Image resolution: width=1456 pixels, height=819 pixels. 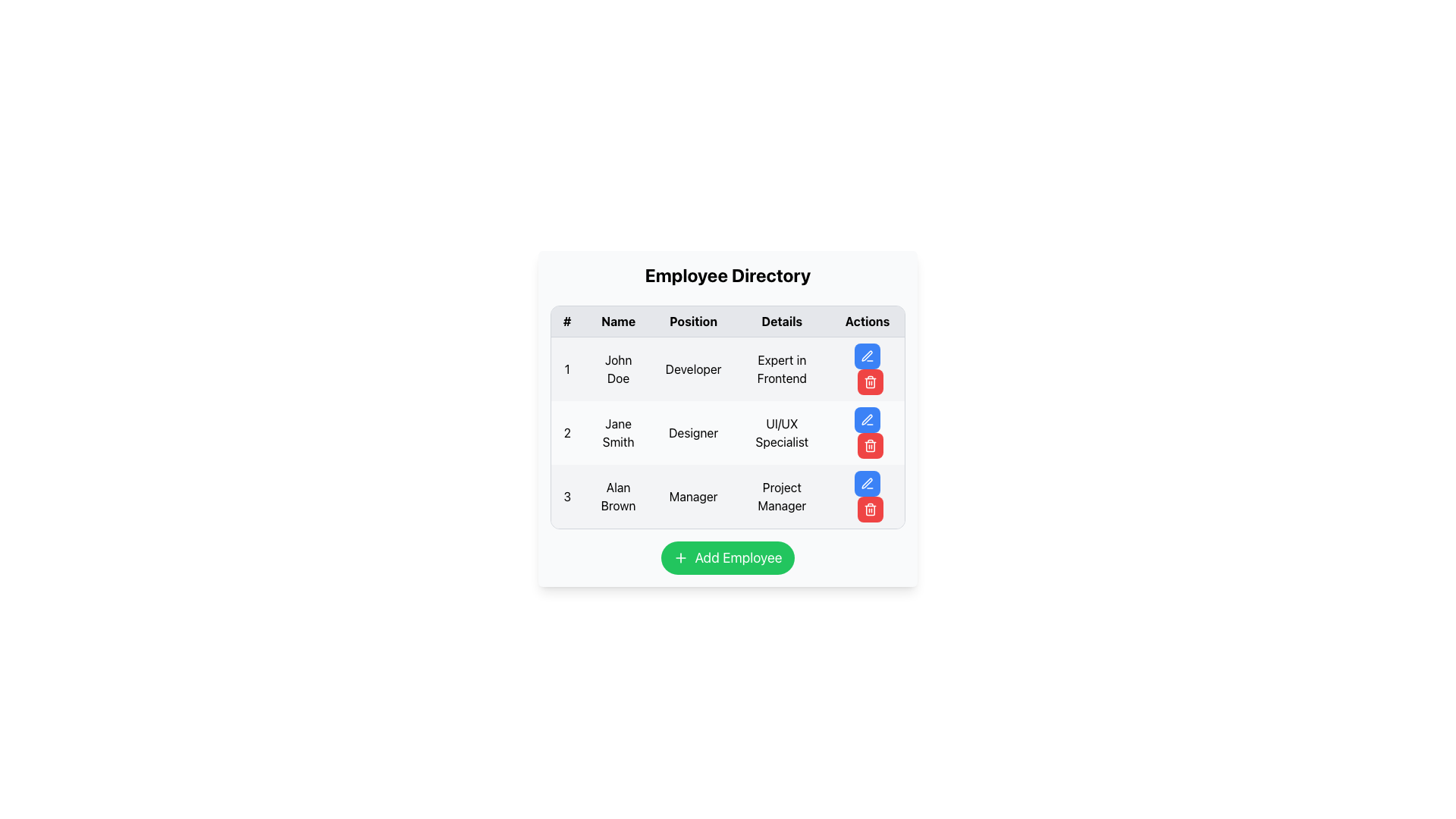 I want to click on the small green circular '+' icon located to the left of the 'Add Employee' button at the center bottom of the interface, so click(x=680, y=558).